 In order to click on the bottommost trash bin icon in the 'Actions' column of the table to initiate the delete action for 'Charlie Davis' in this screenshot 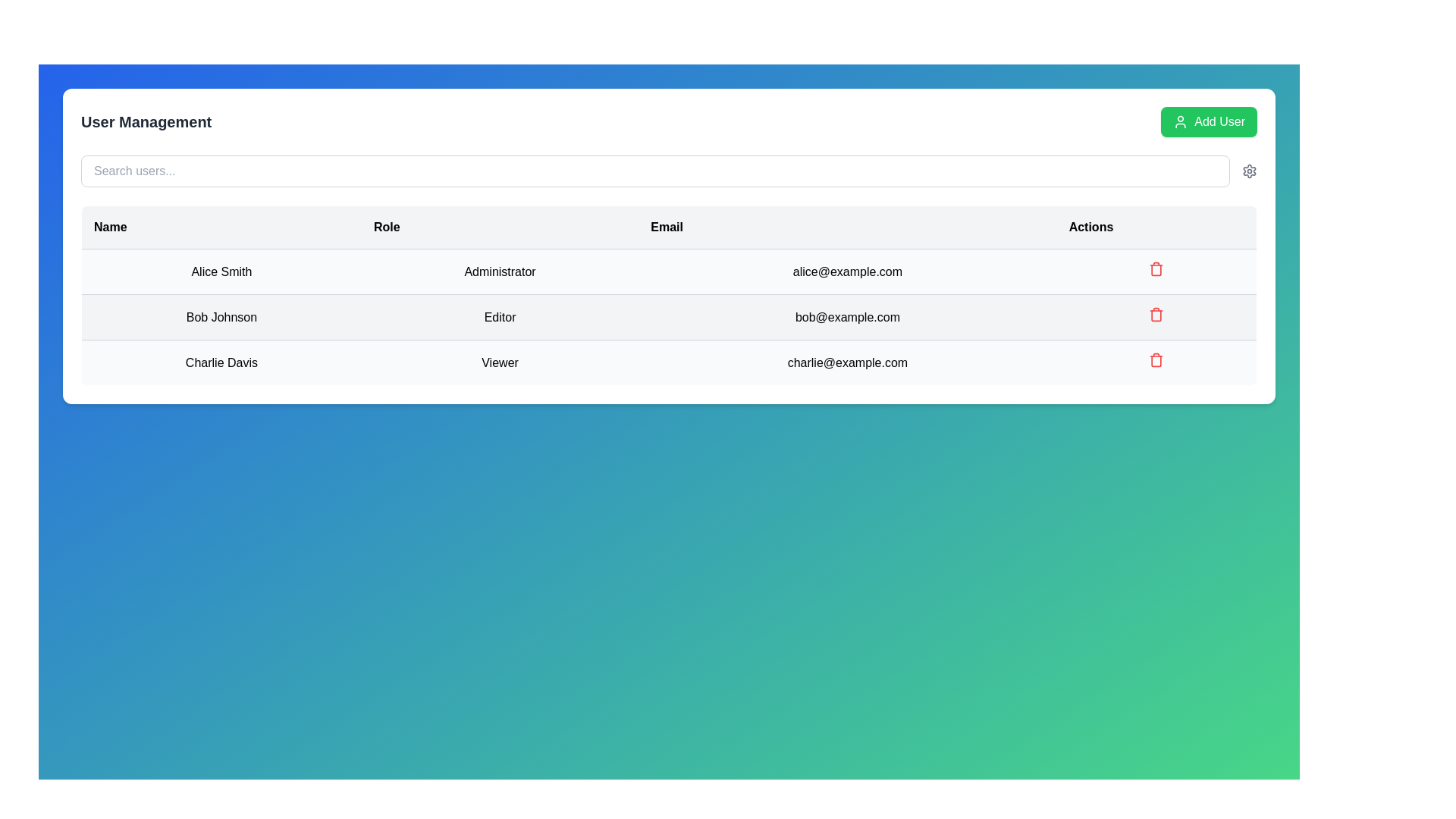, I will do `click(1156, 359)`.